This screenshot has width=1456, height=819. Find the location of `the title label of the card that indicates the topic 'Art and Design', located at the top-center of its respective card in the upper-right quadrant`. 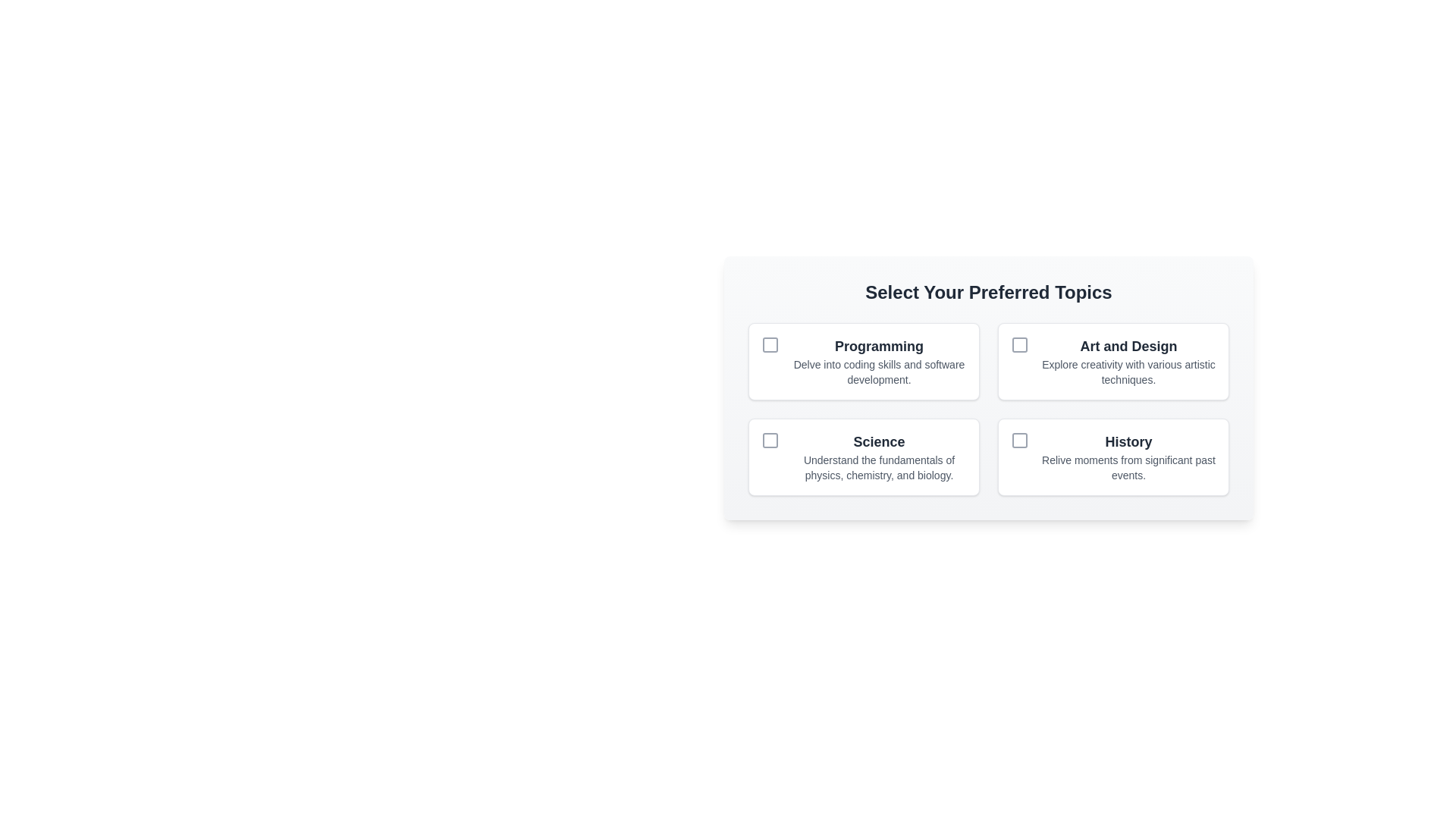

the title label of the card that indicates the topic 'Art and Design', located at the top-center of its respective card in the upper-right quadrant is located at coordinates (1128, 346).